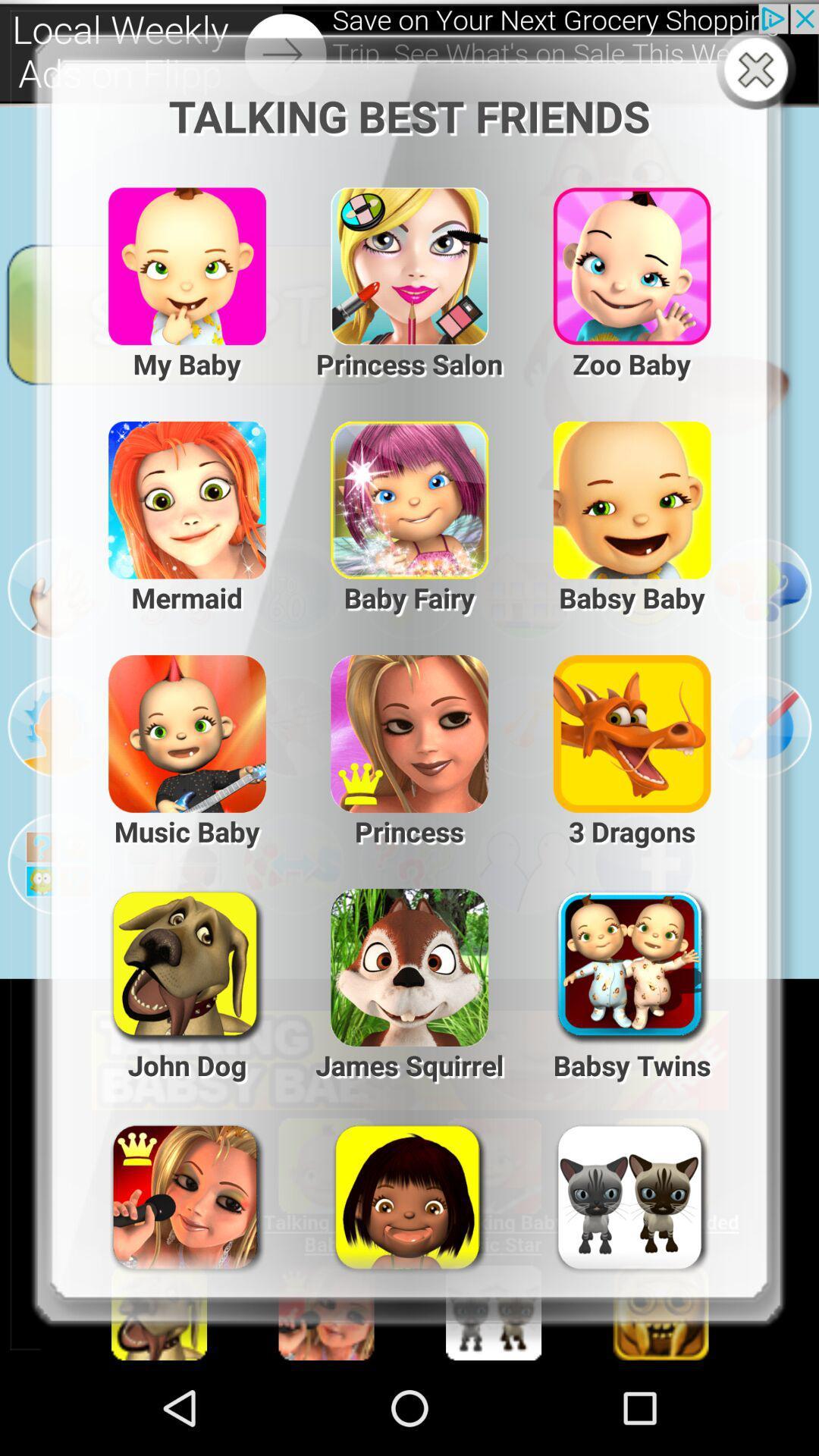 Image resolution: width=819 pixels, height=1456 pixels. Describe the element at coordinates (759, 76) in the screenshot. I see `the close icon` at that location.